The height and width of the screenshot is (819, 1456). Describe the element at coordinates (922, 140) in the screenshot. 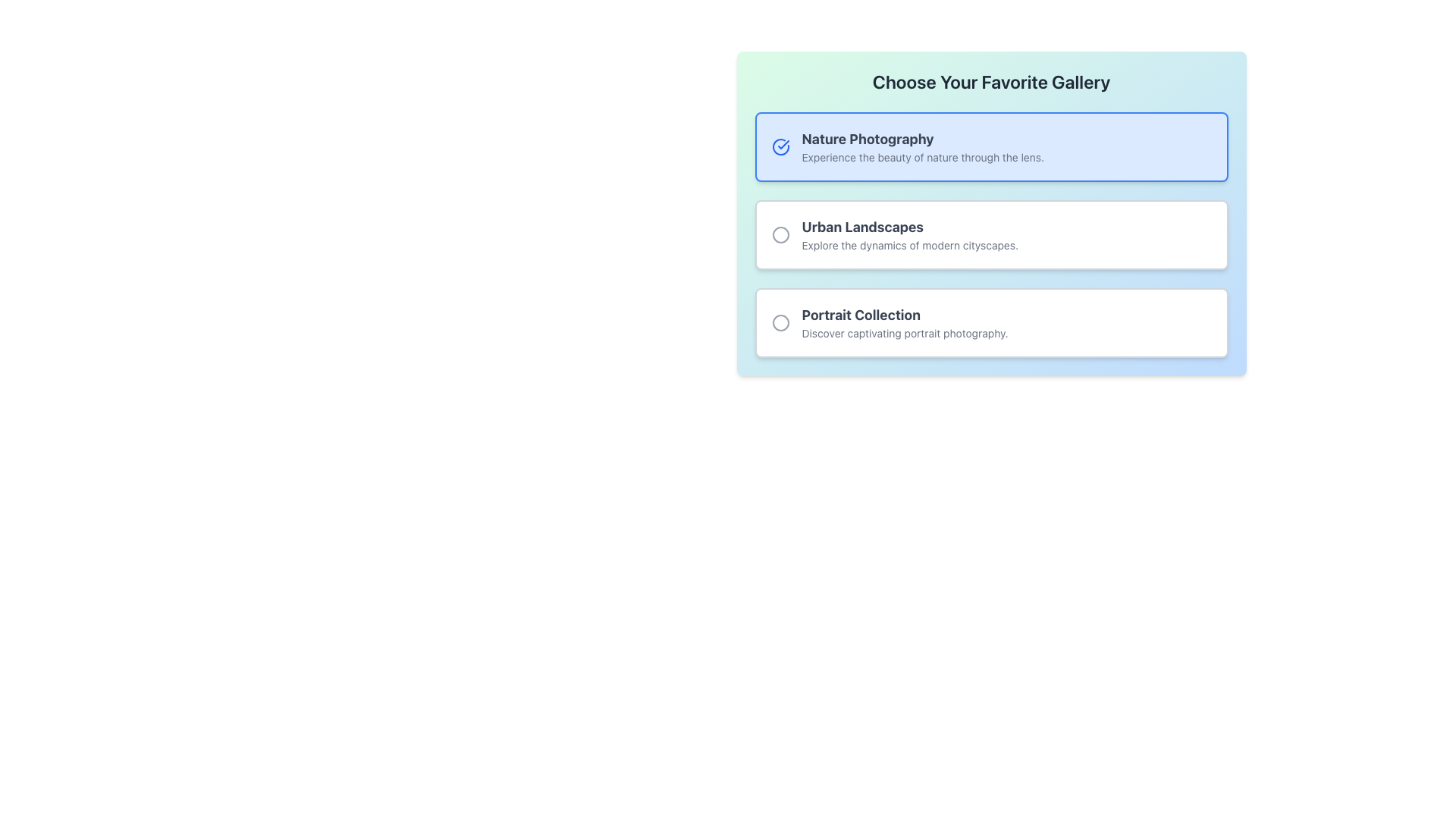

I see `the title text of the first selection option in the gallery selection interface, which indicates the name of the gallery option` at that location.